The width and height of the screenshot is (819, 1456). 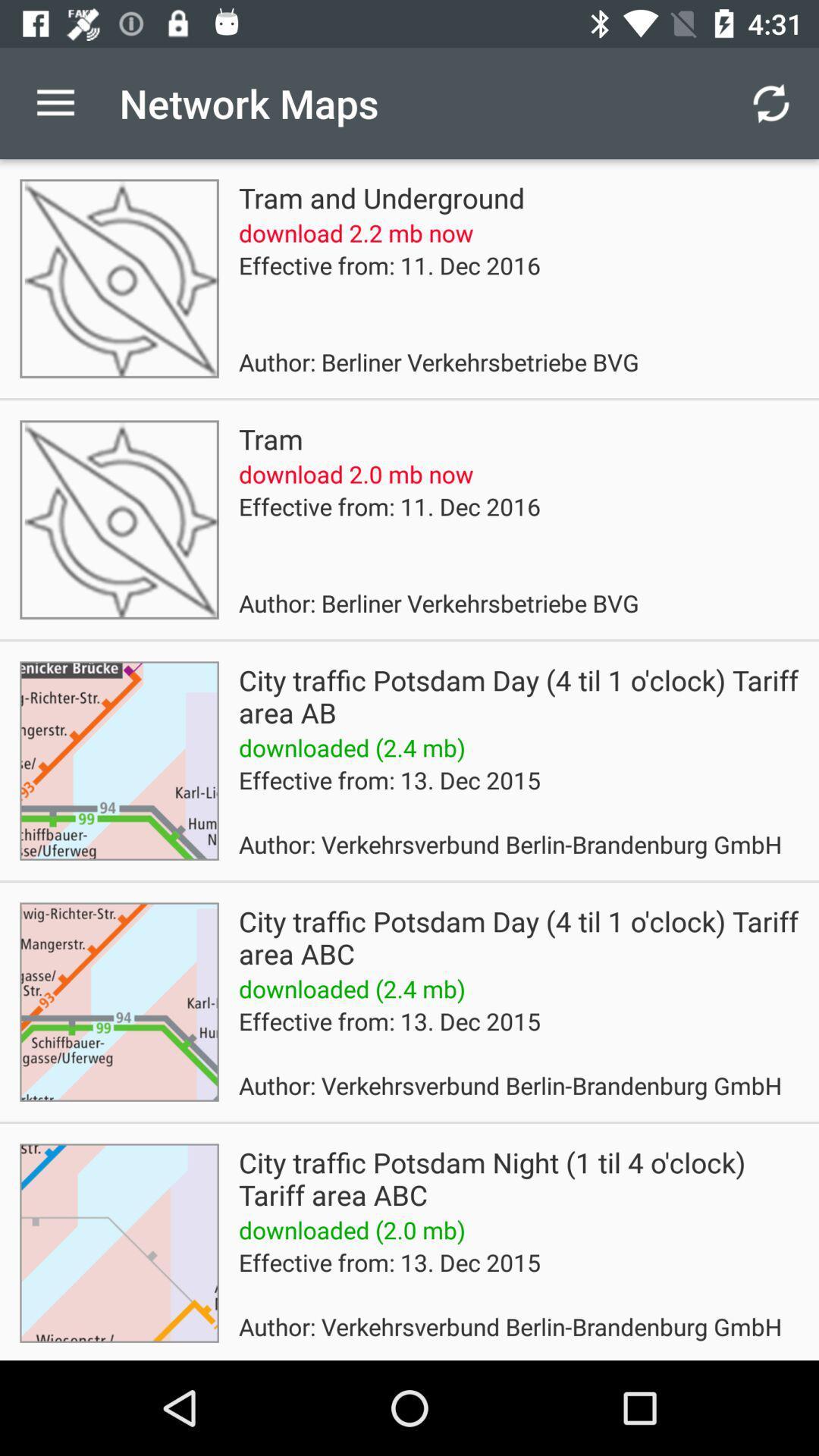 I want to click on tram and underground icon, so click(x=381, y=196).